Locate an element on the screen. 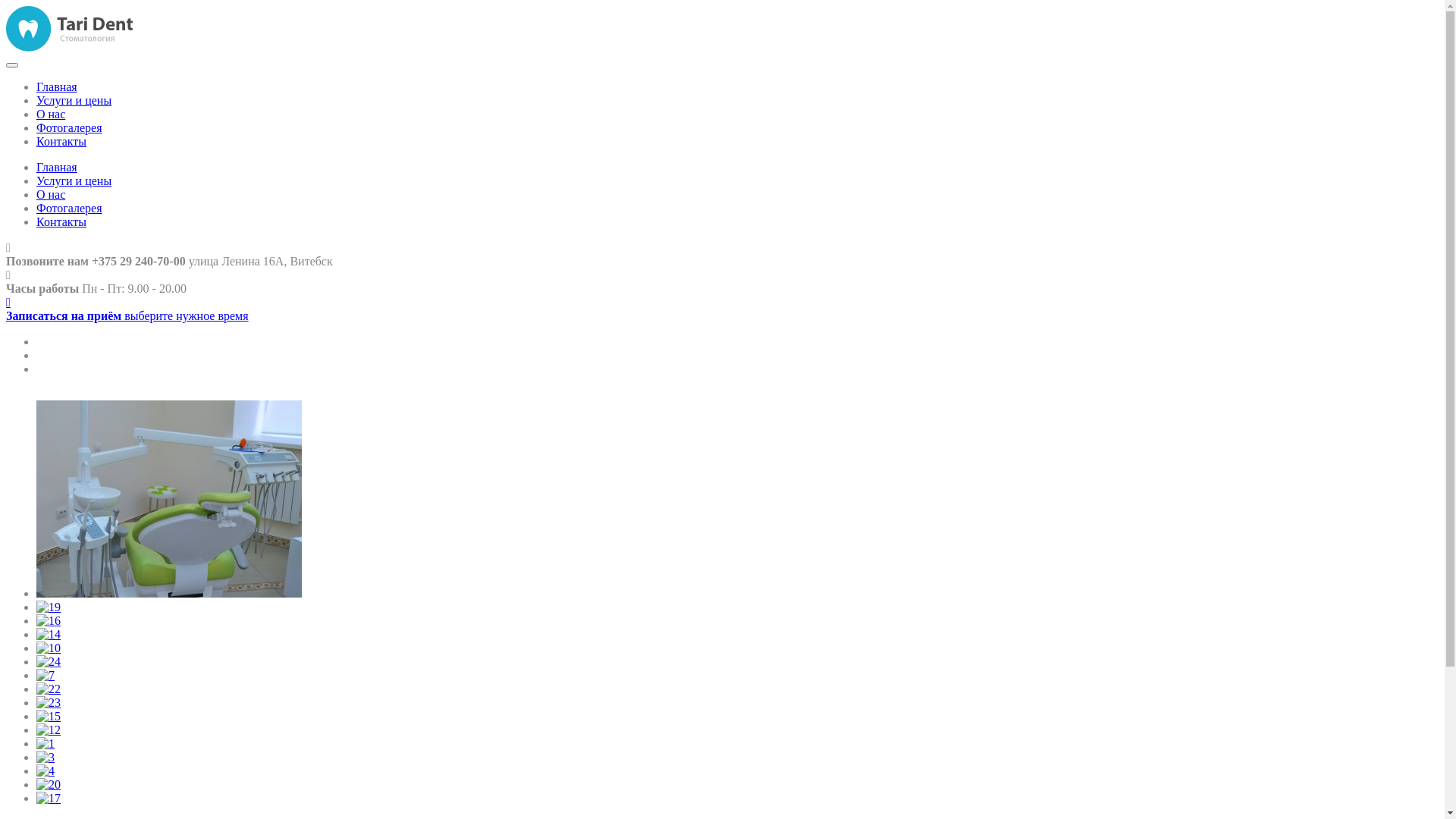 The height and width of the screenshot is (819, 1456). '17' is located at coordinates (48, 798).